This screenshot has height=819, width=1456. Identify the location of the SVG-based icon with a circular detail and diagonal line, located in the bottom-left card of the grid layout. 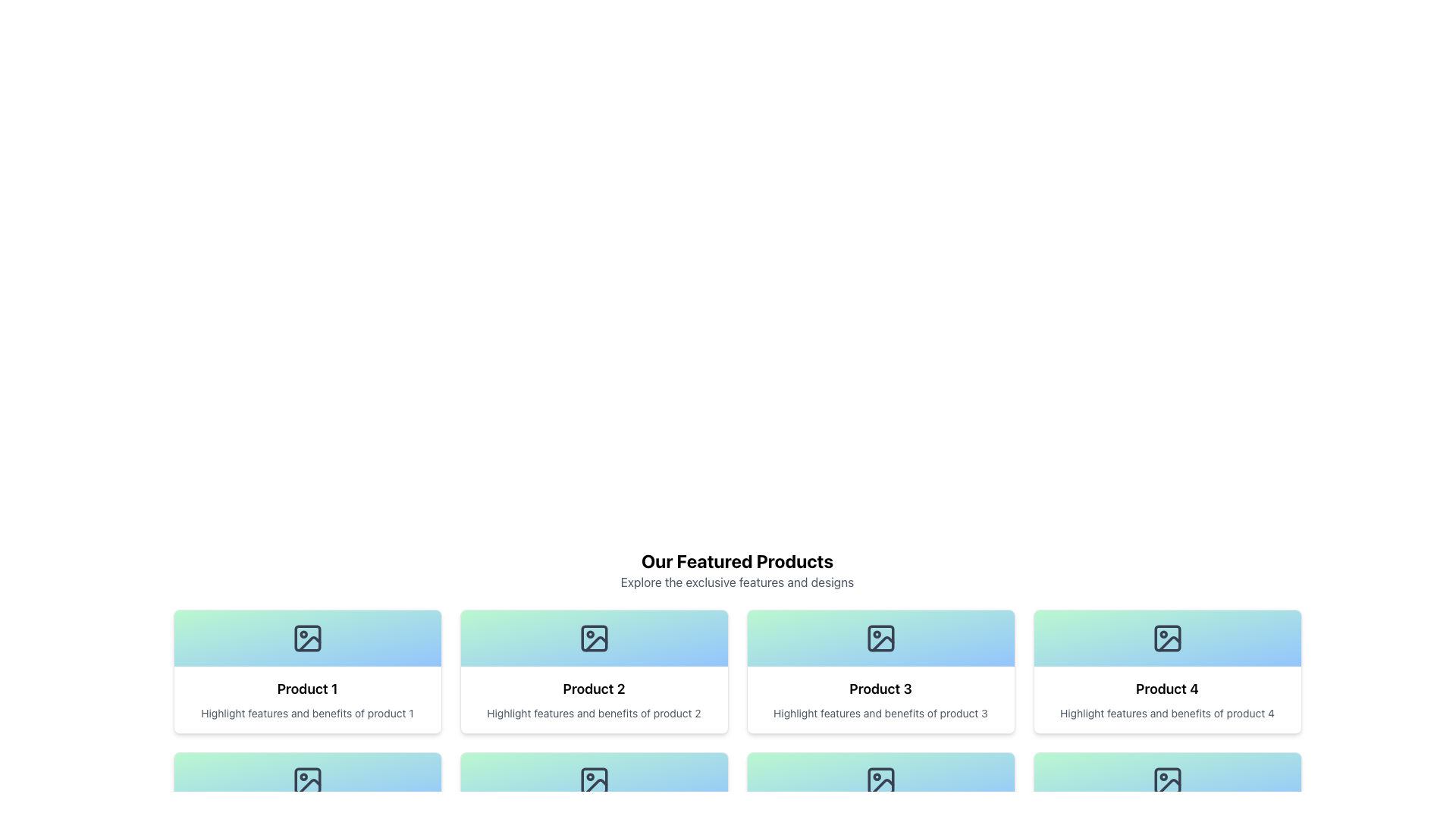
(593, 780).